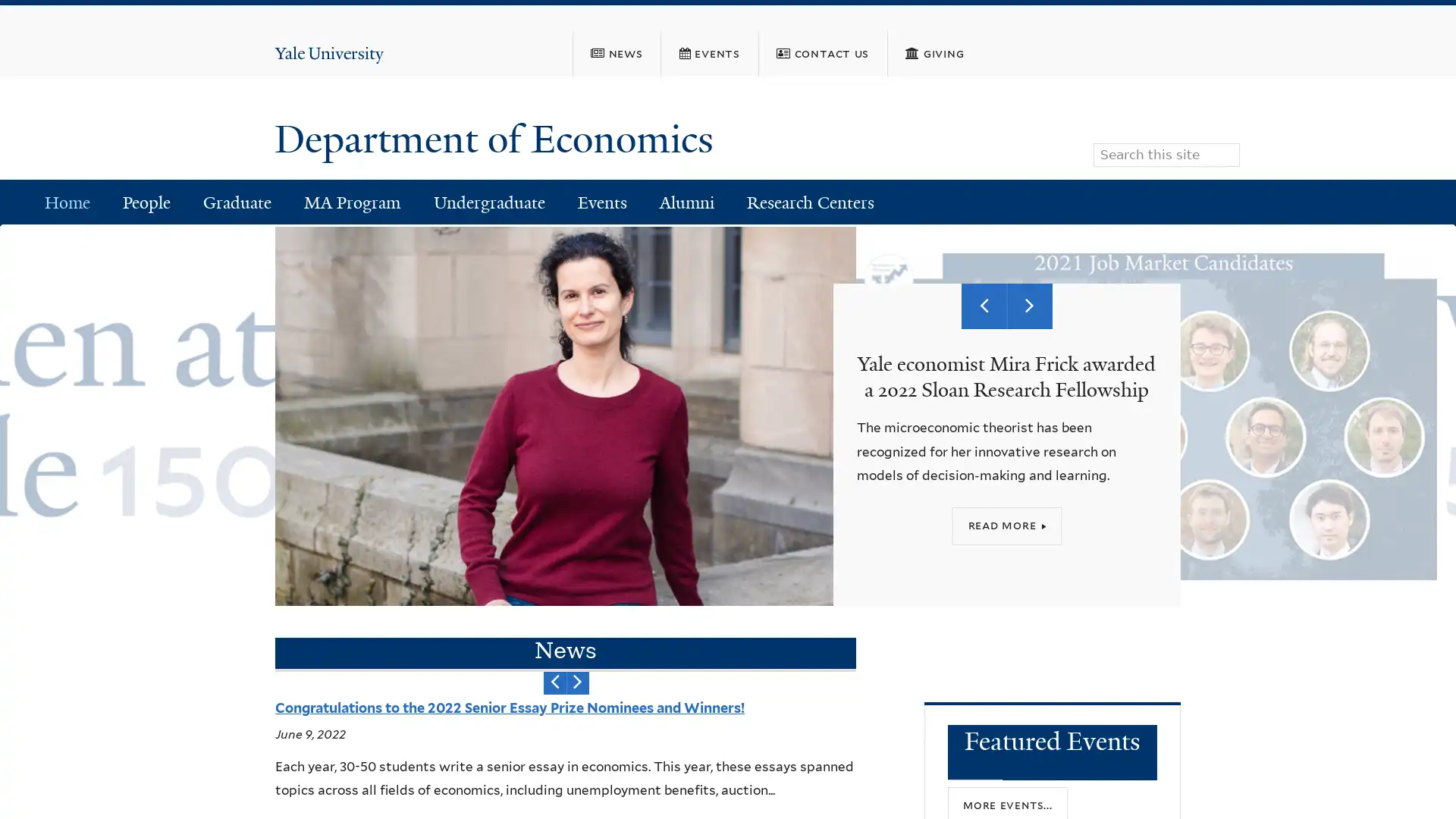 The width and height of the screenshot is (1456, 819). What do you see at coordinates (553, 681) in the screenshot?
I see `previous` at bounding box center [553, 681].